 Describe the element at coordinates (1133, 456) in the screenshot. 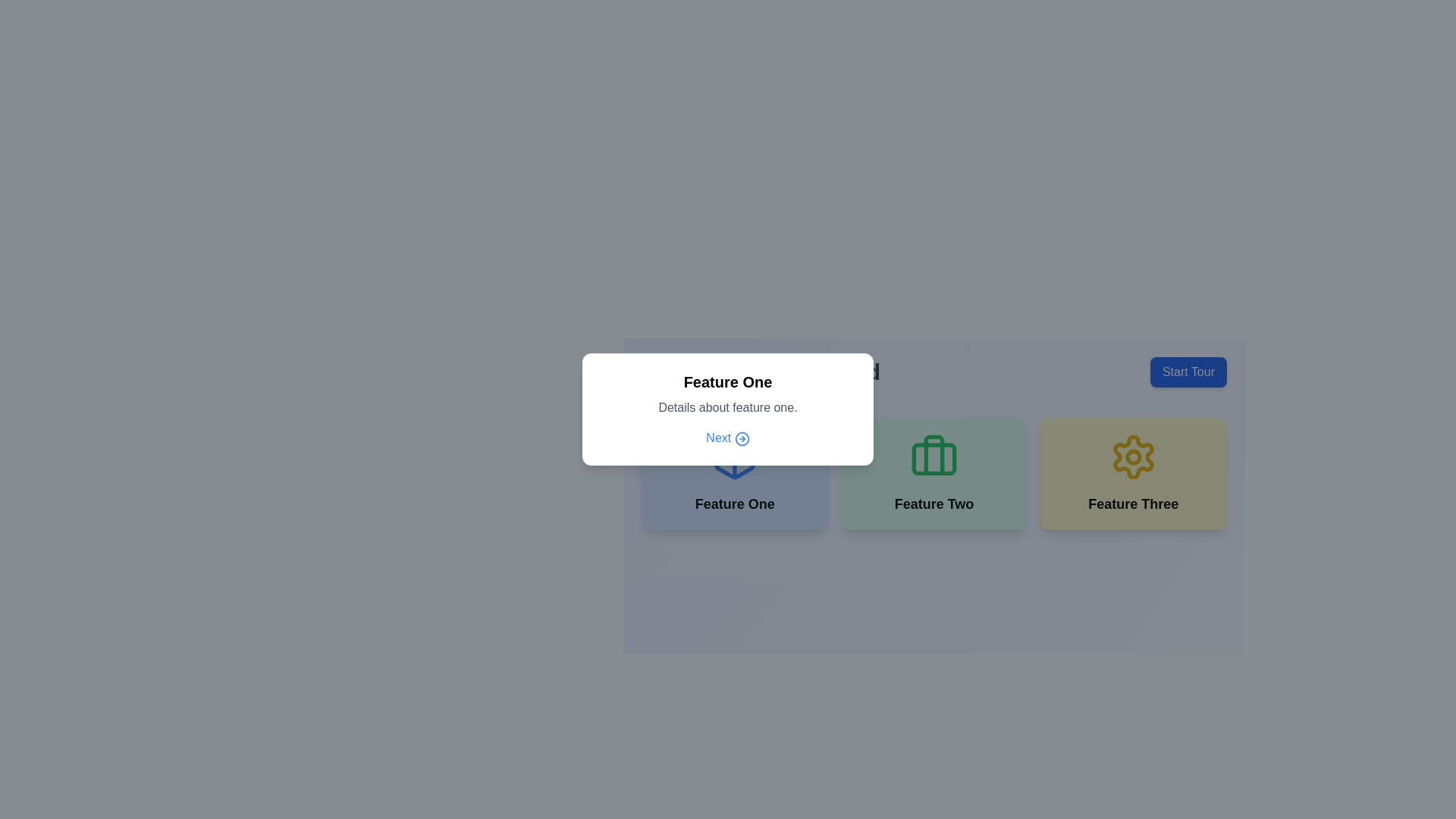

I see `the gear-shaped icon in the 'Feature Three' section, which is styled in yellow and located above the text 'Feature Three'` at that location.